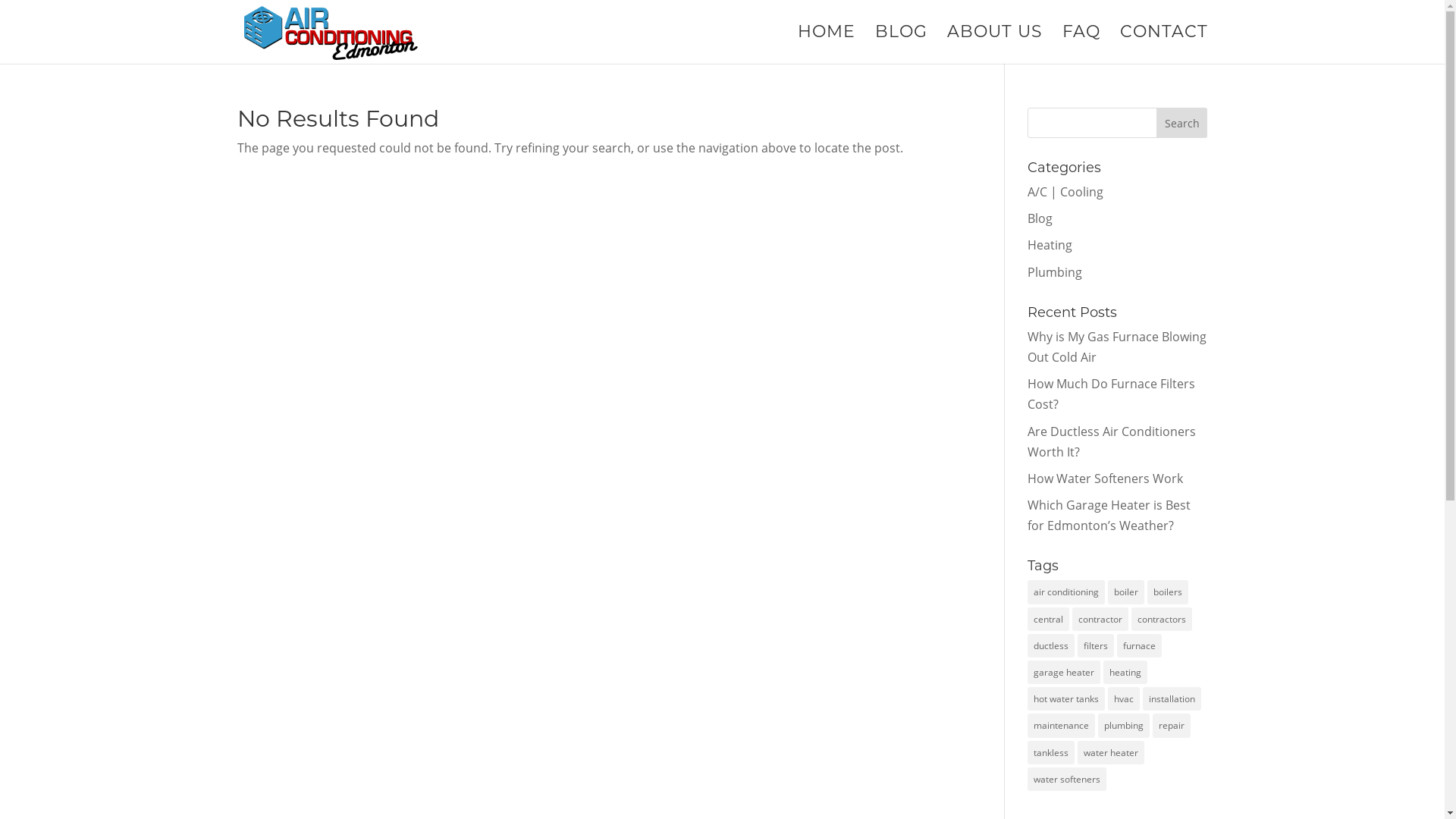 The height and width of the screenshot is (819, 1456). I want to click on 'filters', so click(1095, 645).